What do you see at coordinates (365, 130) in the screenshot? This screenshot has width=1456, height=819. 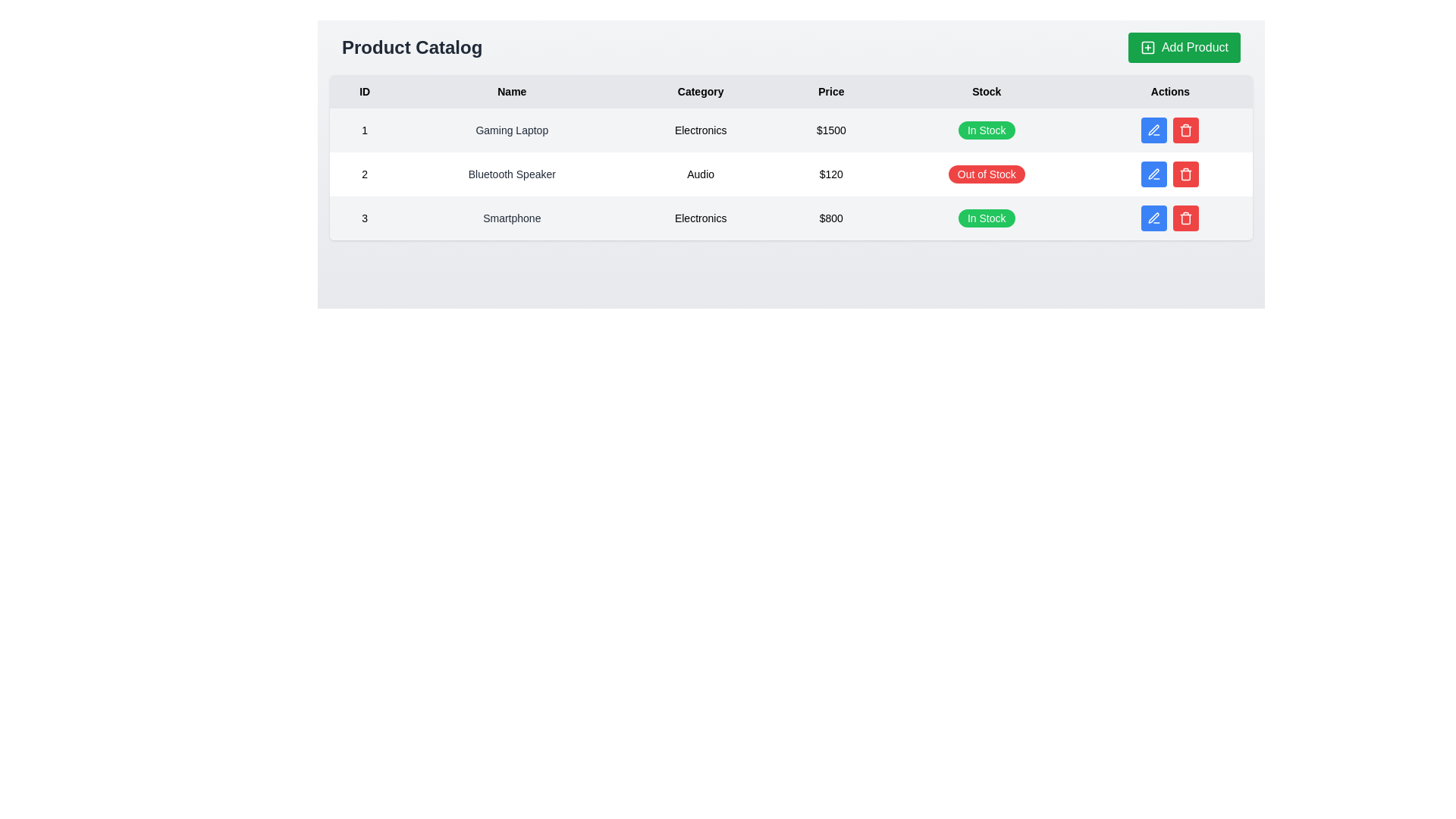 I see `the Static text element representing the ID of the first row in the product table for the "Gaming Laptop"` at bounding box center [365, 130].